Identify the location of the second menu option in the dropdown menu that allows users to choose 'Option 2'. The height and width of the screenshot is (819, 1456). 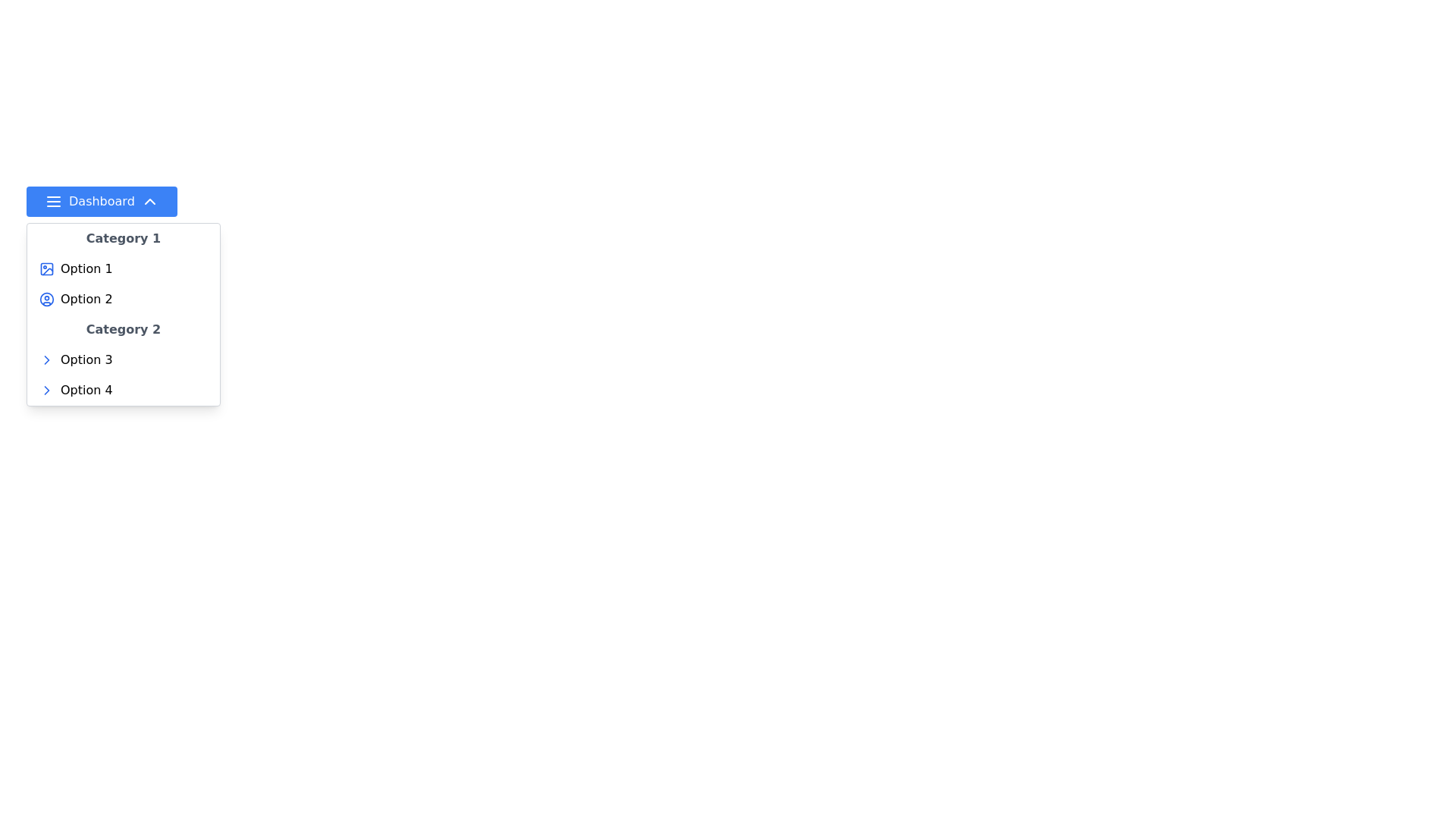
(124, 299).